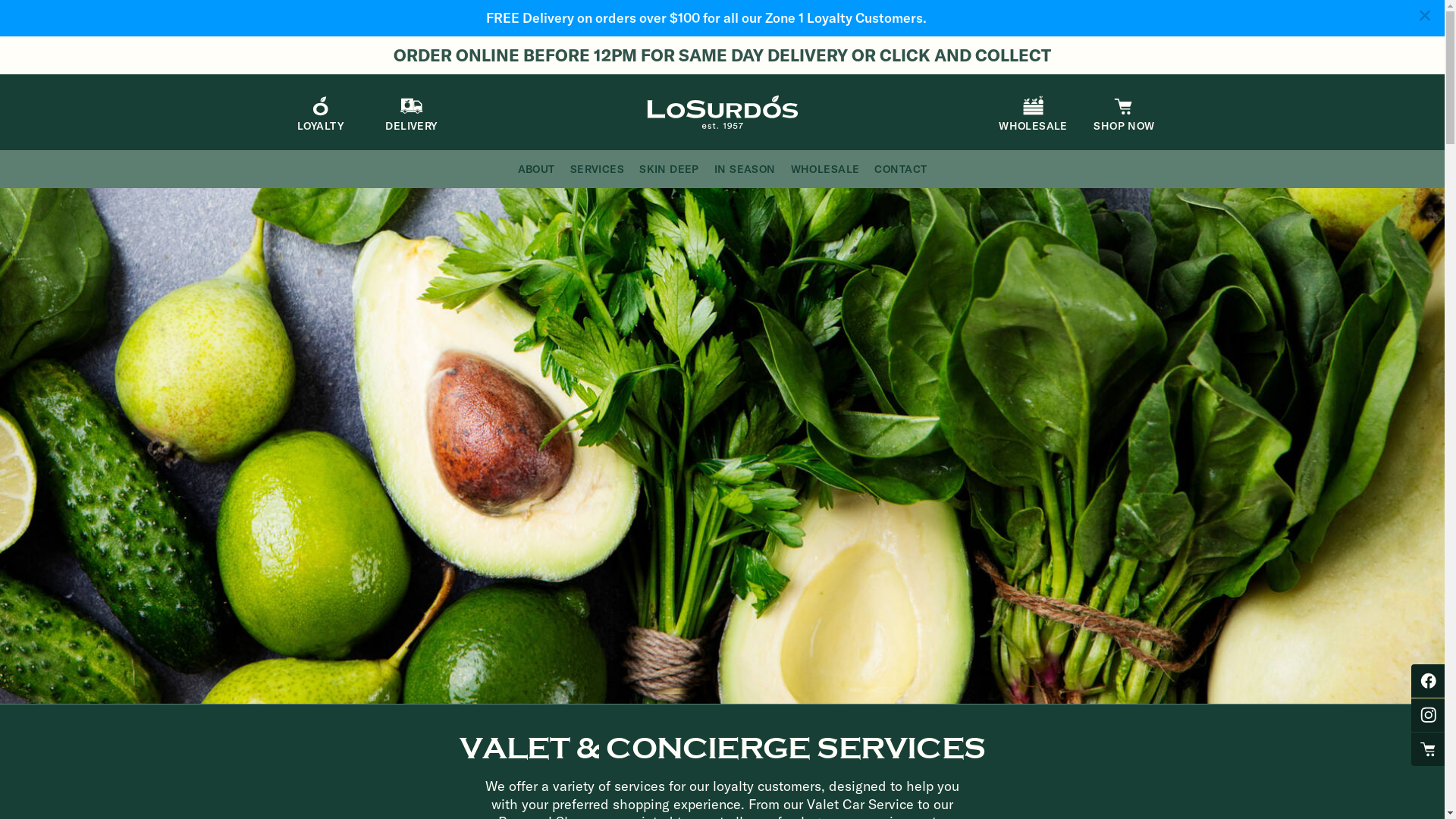 The width and height of the screenshot is (1456, 819). What do you see at coordinates (510, 169) in the screenshot?
I see `'ABOUT'` at bounding box center [510, 169].